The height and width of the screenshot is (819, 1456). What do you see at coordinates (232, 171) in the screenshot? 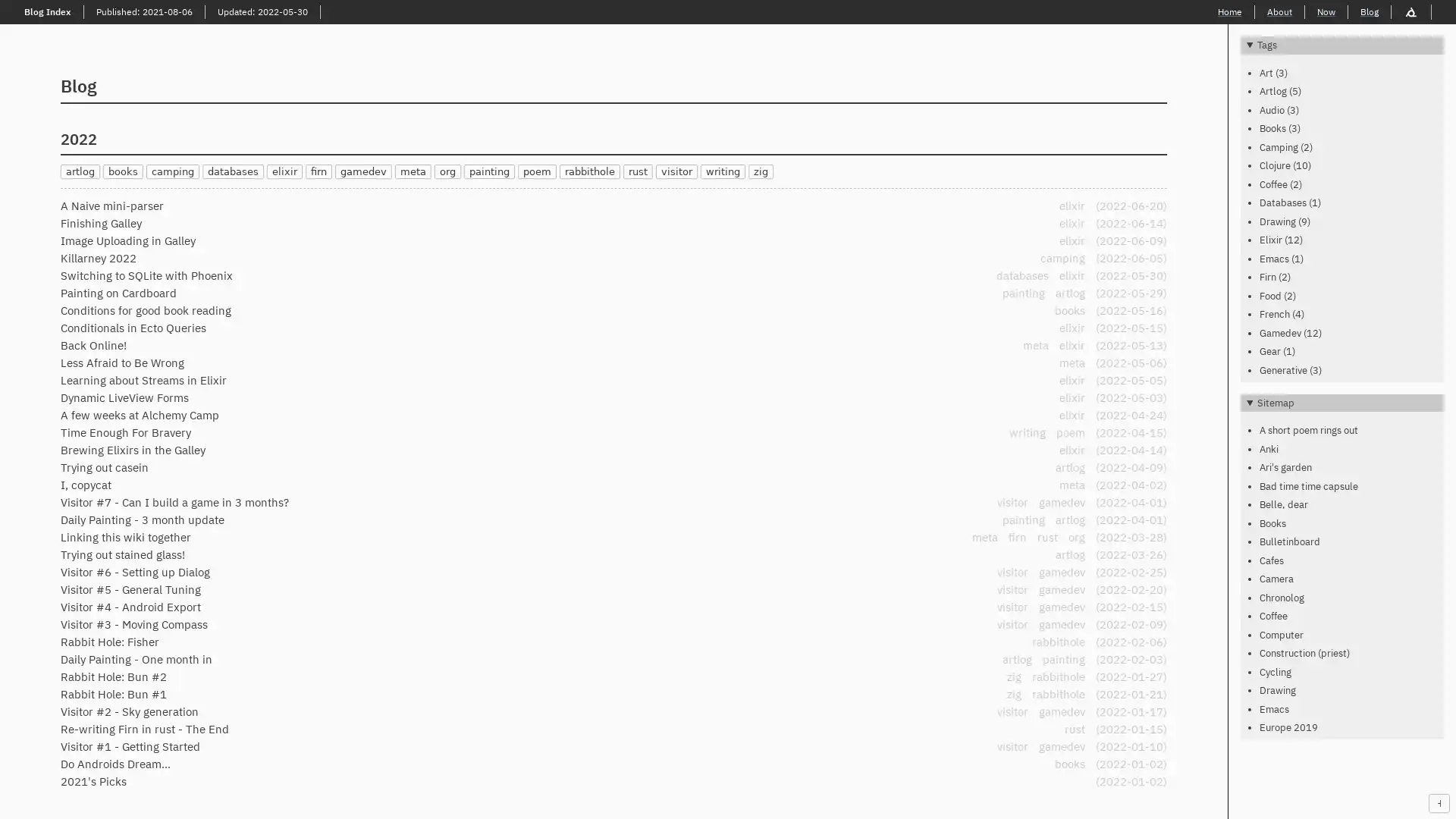
I see `databases` at bounding box center [232, 171].